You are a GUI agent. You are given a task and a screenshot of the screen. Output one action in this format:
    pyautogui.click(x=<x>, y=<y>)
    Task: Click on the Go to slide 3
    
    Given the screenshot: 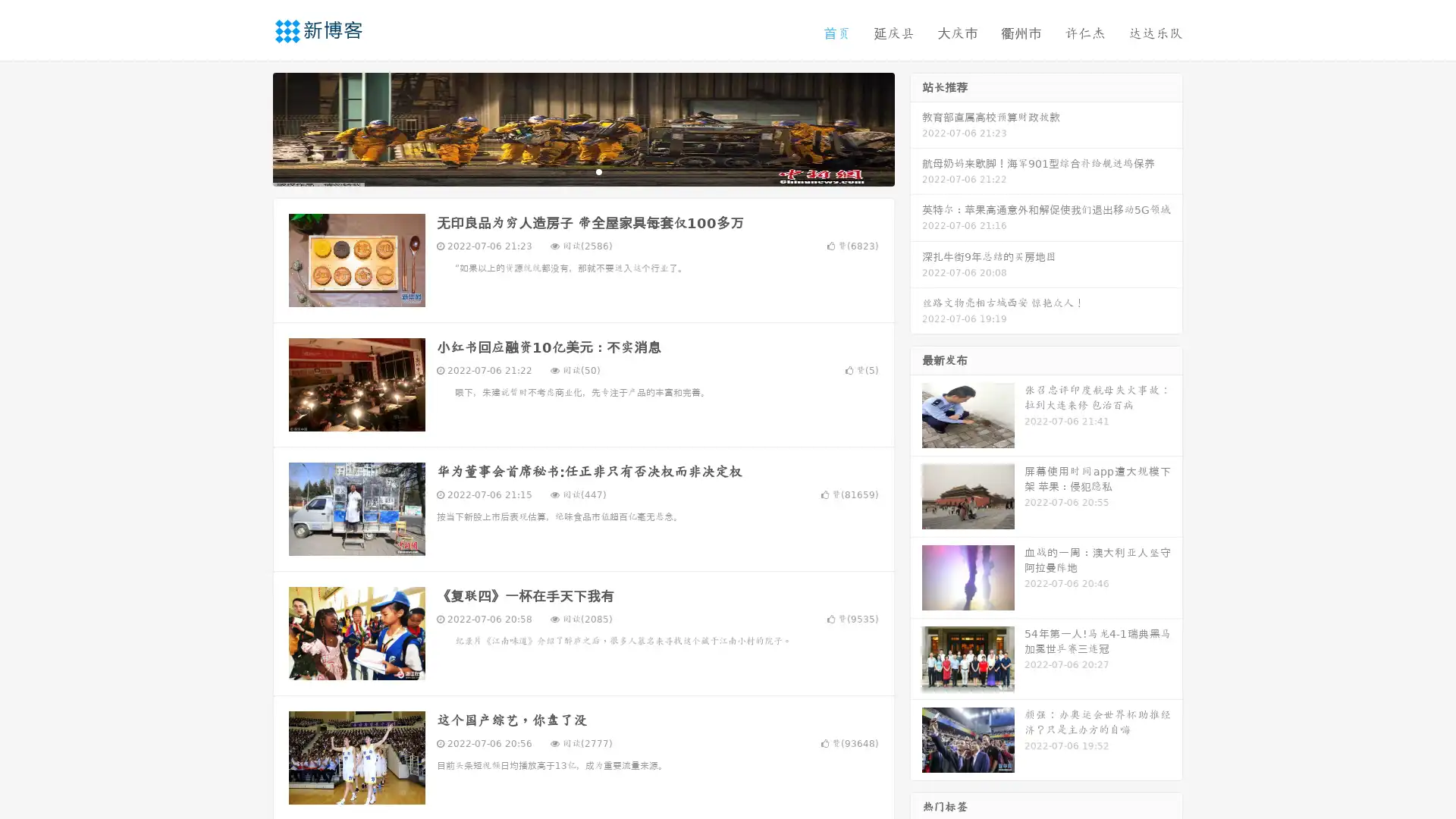 What is the action you would take?
    pyautogui.click(x=598, y=171)
    